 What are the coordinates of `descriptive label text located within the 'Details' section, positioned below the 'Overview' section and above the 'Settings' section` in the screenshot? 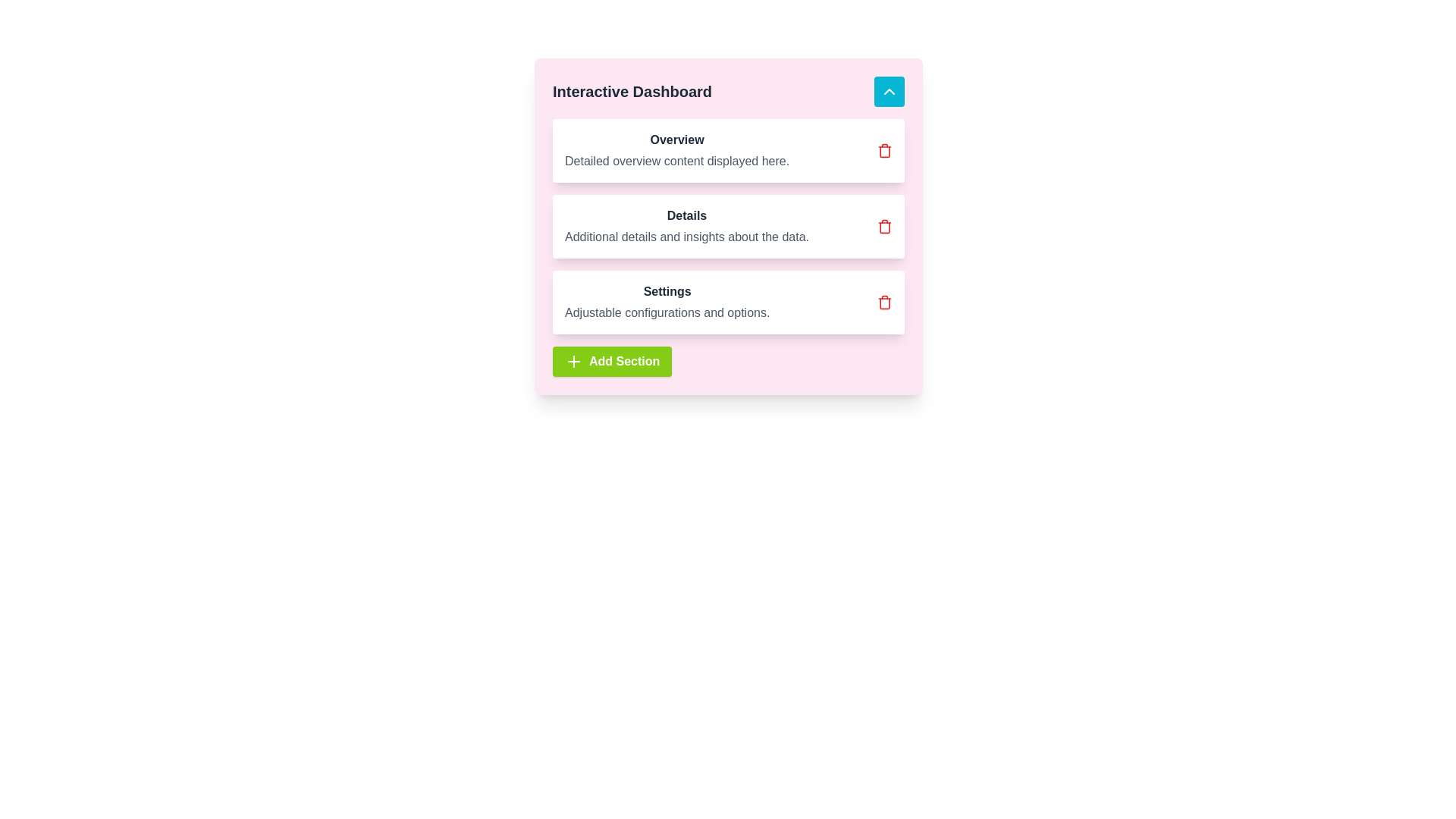 It's located at (686, 237).